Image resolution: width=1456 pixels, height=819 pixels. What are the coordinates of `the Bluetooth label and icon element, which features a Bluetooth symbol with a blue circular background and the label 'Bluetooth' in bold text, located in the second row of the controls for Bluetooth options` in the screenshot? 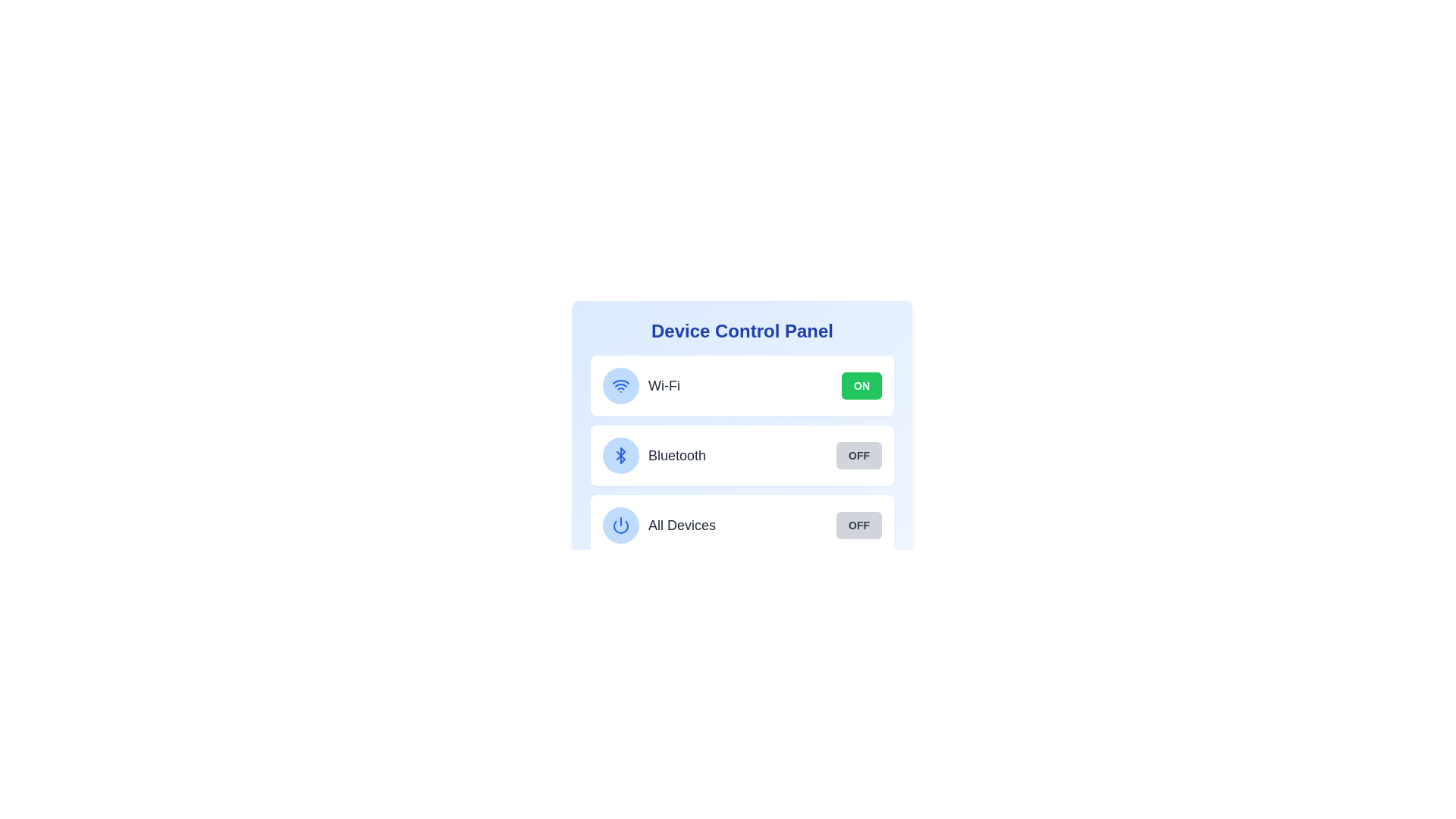 It's located at (654, 455).